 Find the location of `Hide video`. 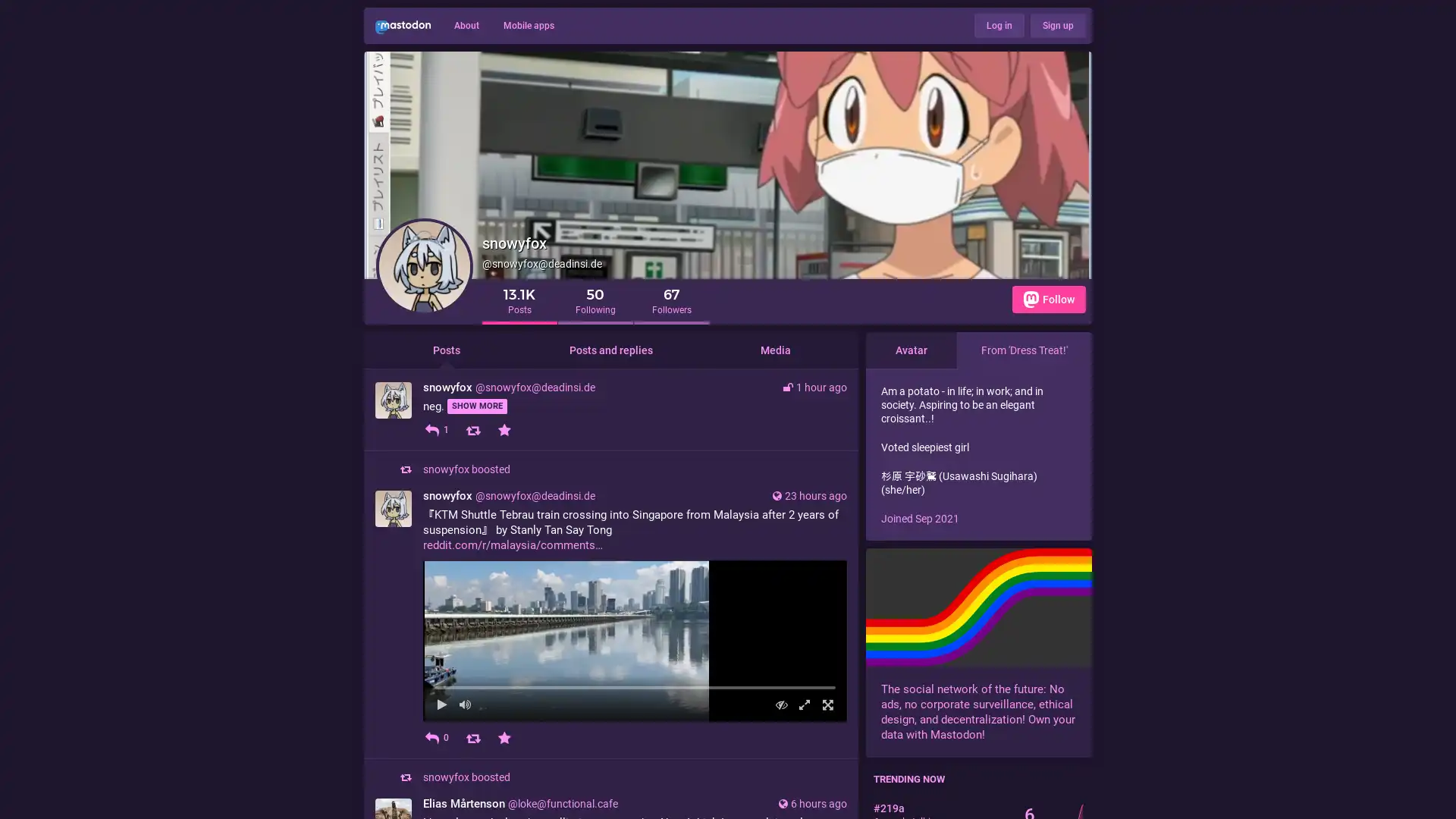

Hide video is located at coordinates (781, 781).